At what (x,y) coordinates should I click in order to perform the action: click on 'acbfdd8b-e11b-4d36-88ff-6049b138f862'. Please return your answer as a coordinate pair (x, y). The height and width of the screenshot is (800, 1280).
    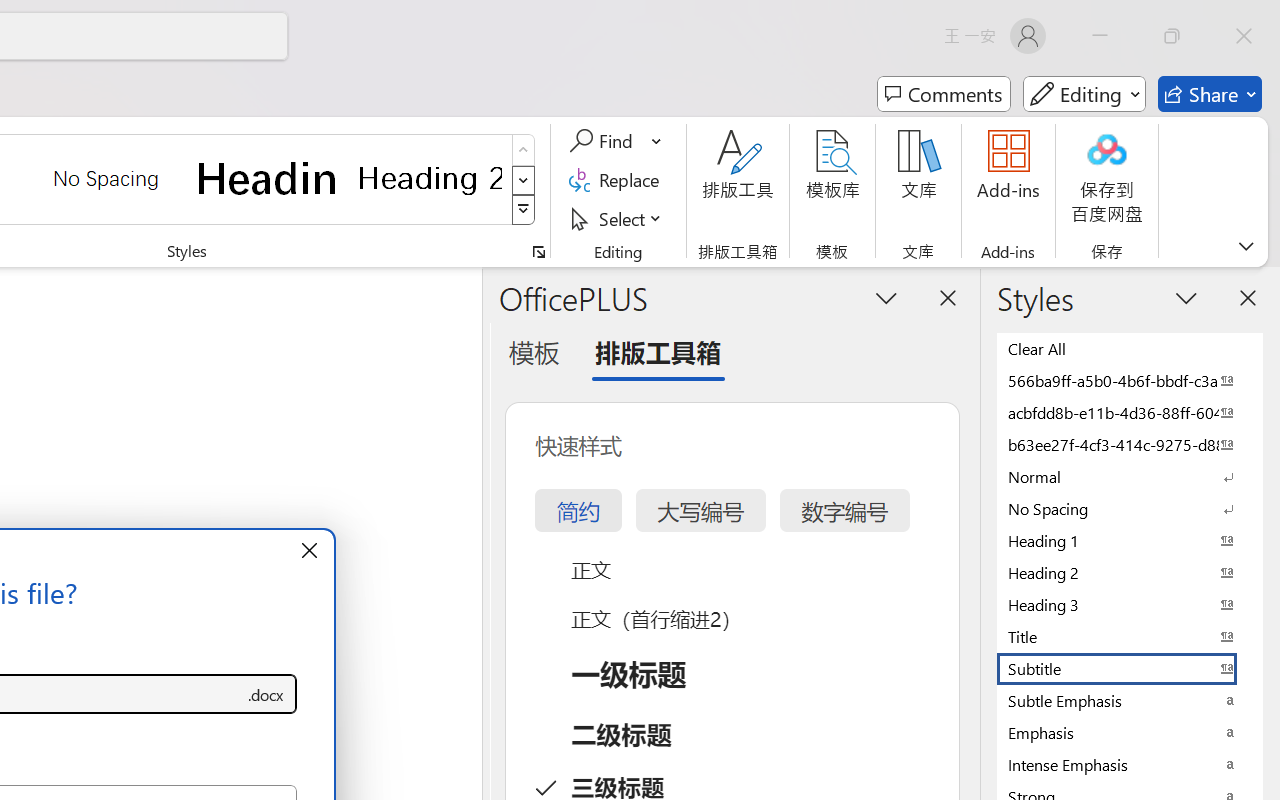
    Looking at the image, I should click on (1130, 412).